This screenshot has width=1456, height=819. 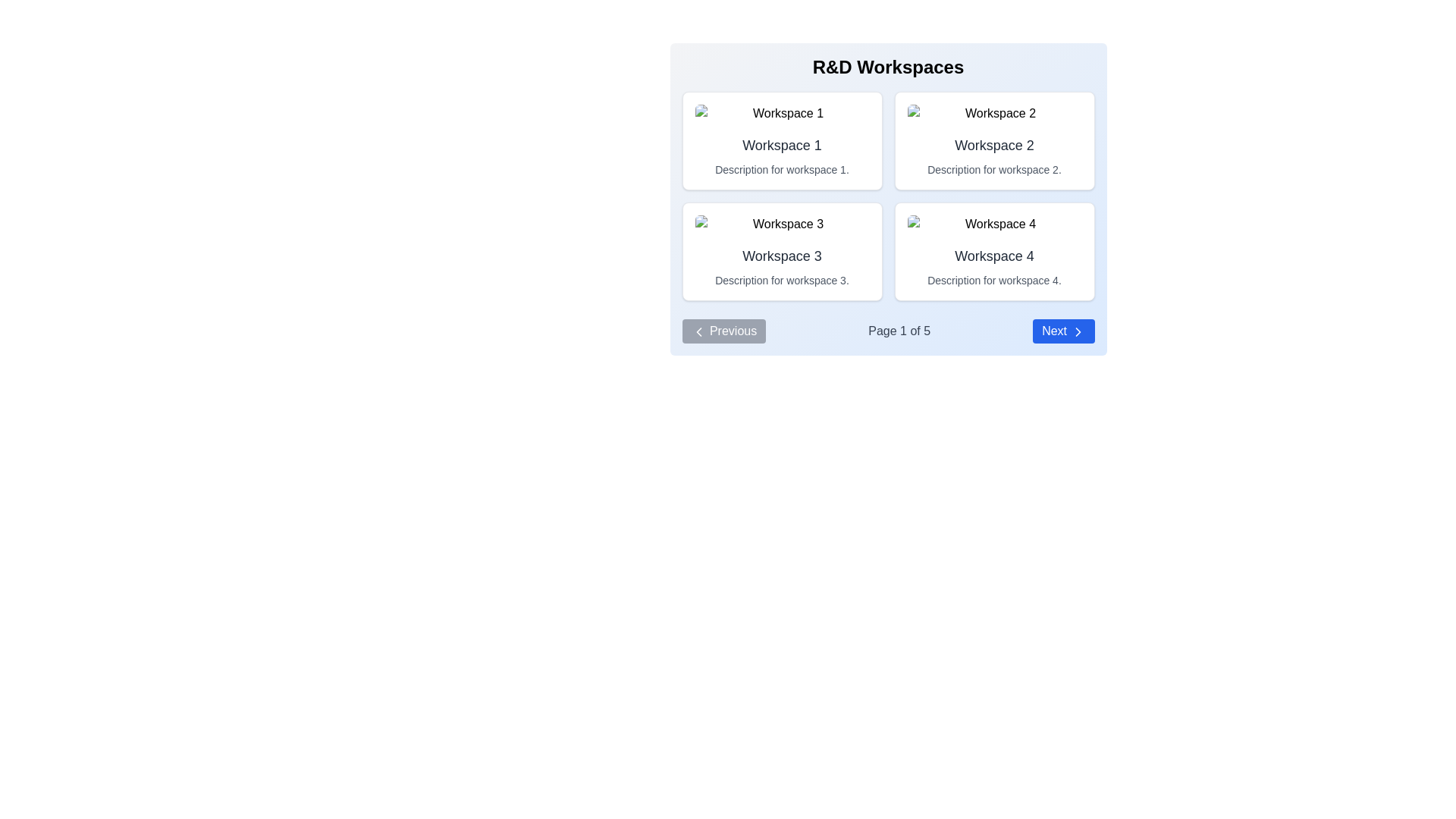 I want to click on the text label displaying 'Page 1 of 5', which is located centrally in the pagination bar between the 'Previous' and 'Next' buttons, so click(x=899, y=330).